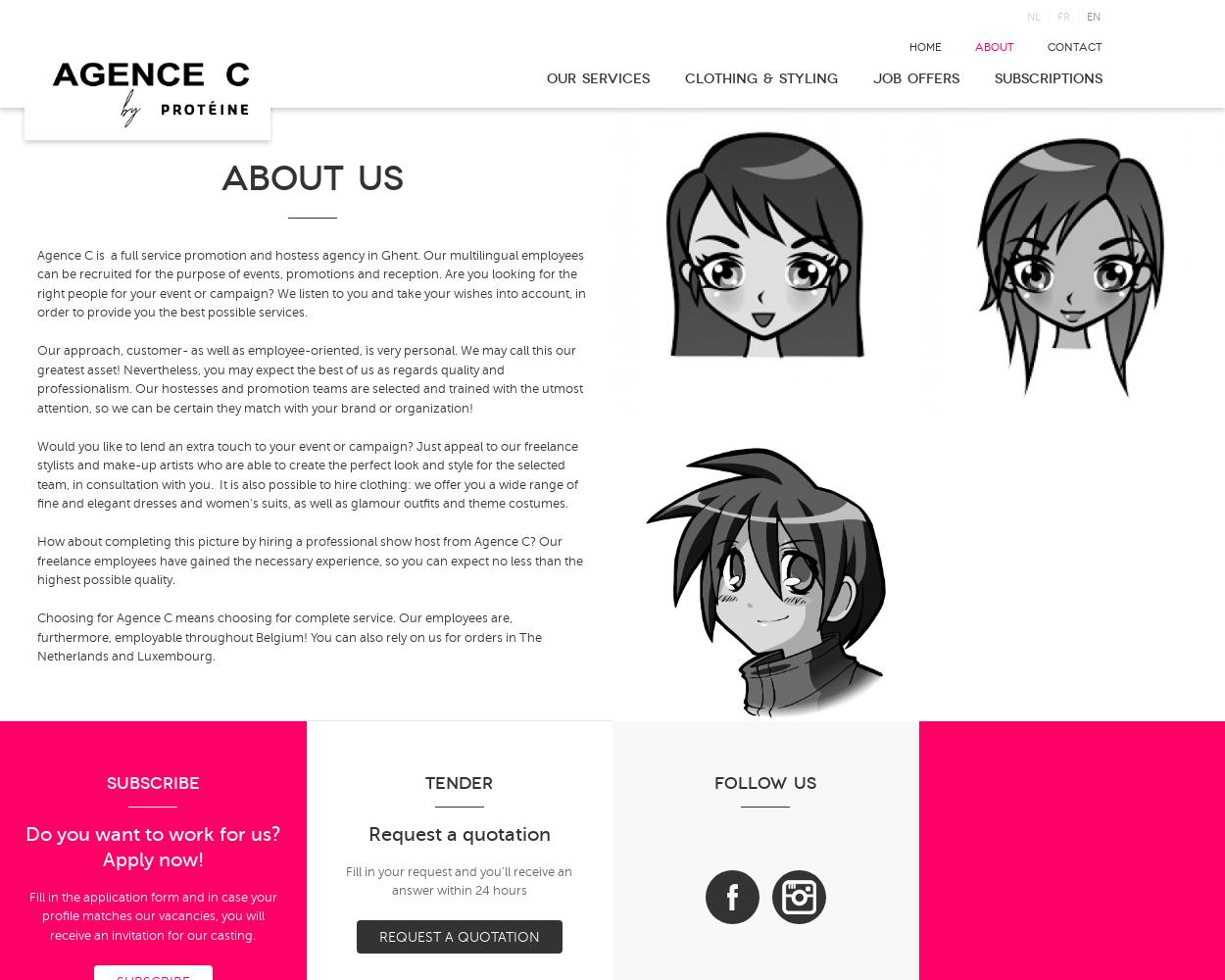  What do you see at coordinates (765, 783) in the screenshot?
I see `'Follow us'` at bounding box center [765, 783].